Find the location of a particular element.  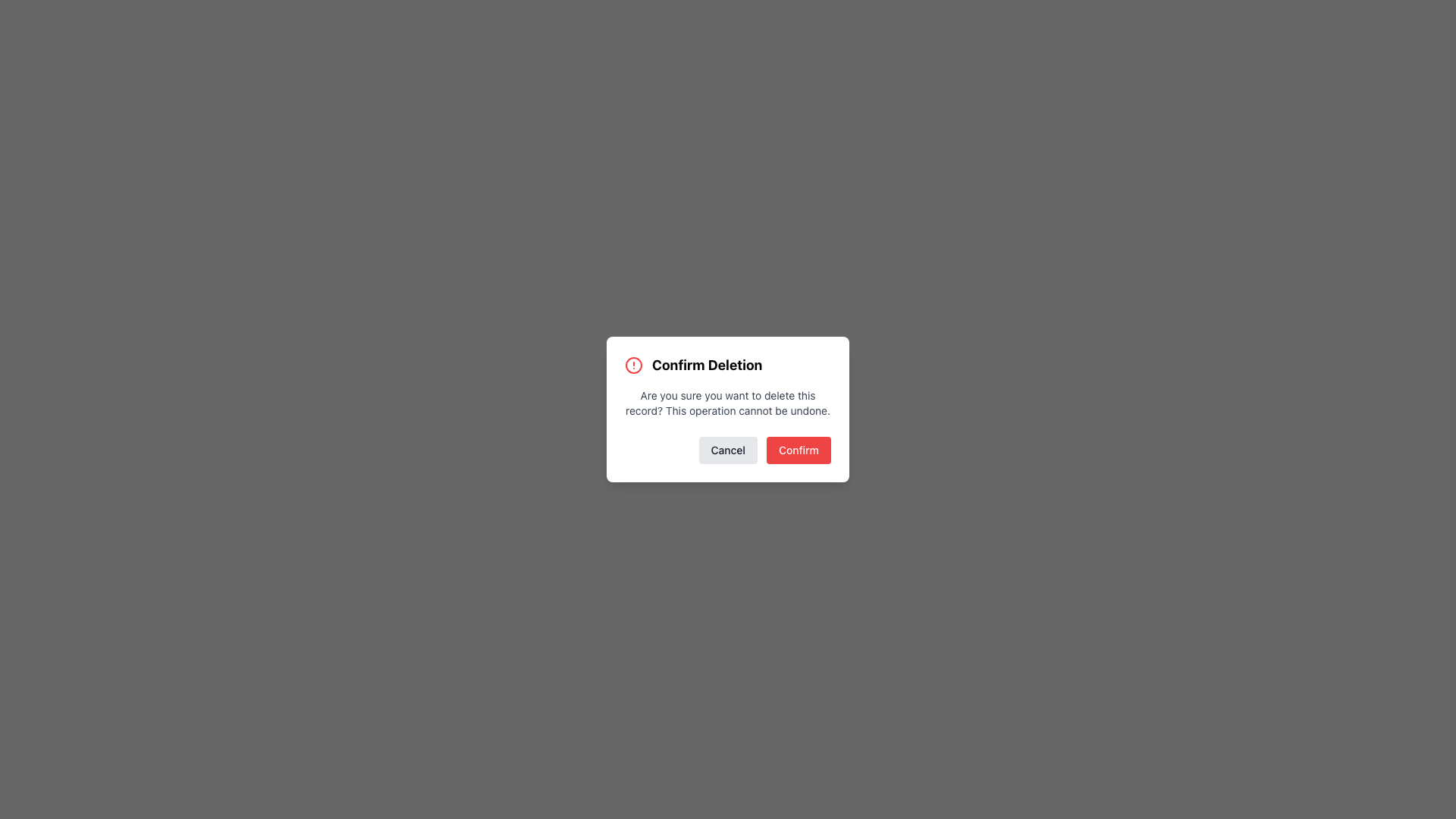

the alert icon located to the left of the 'Confirm Deletion' text within the modal window is located at coordinates (633, 366).